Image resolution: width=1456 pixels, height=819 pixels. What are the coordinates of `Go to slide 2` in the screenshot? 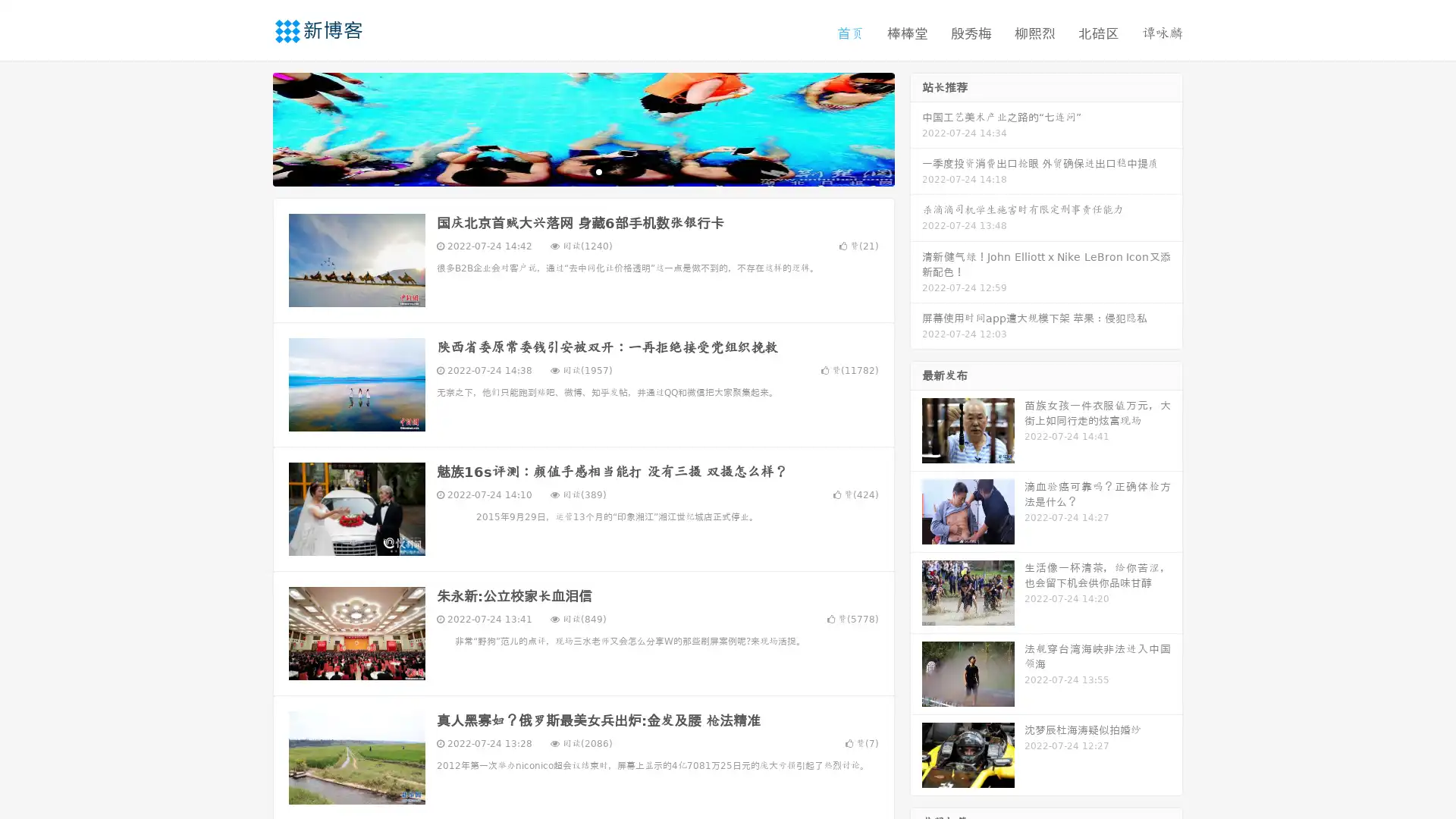 It's located at (582, 171).